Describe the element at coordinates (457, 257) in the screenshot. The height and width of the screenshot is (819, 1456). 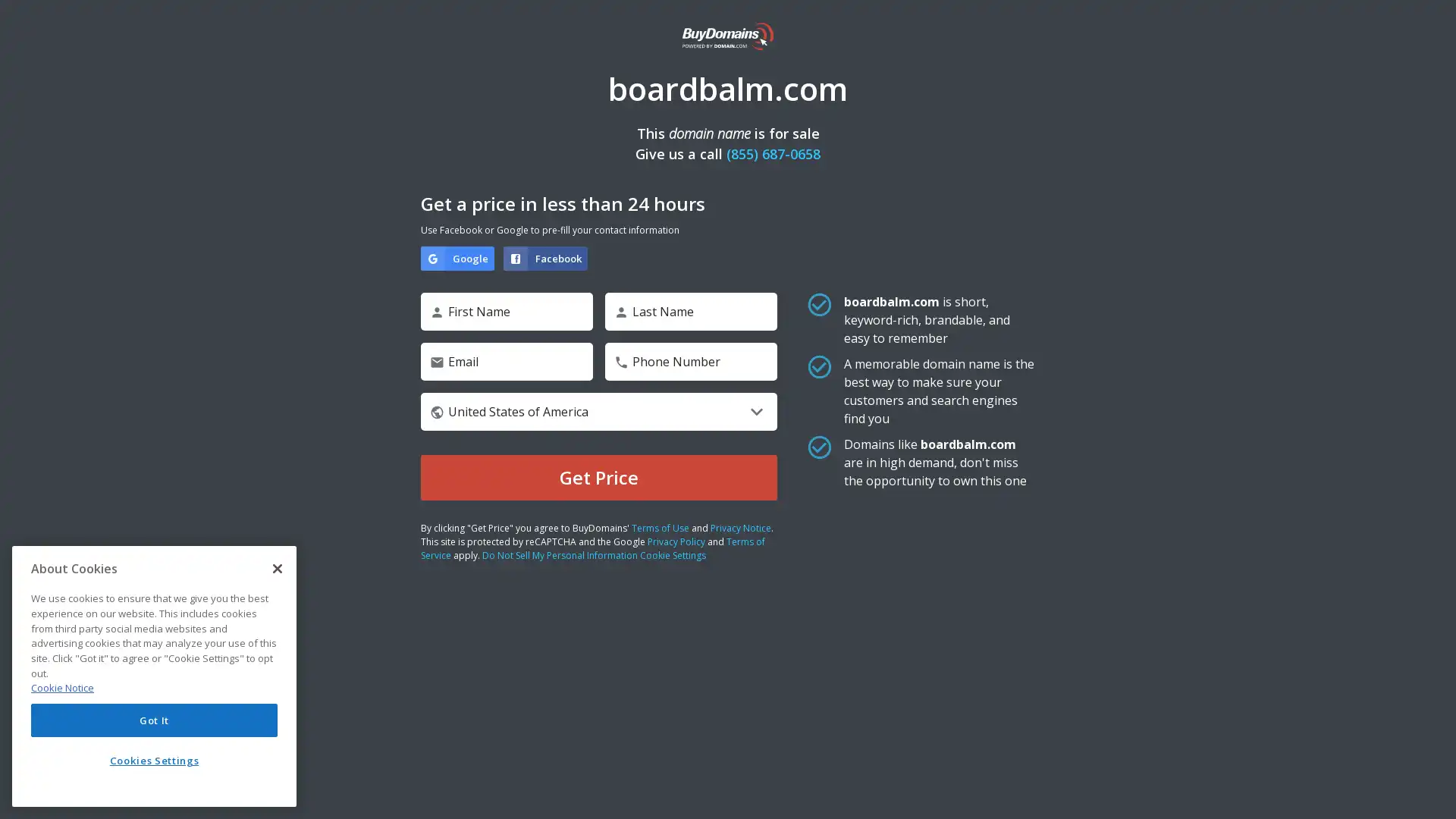
I see `Google` at that location.